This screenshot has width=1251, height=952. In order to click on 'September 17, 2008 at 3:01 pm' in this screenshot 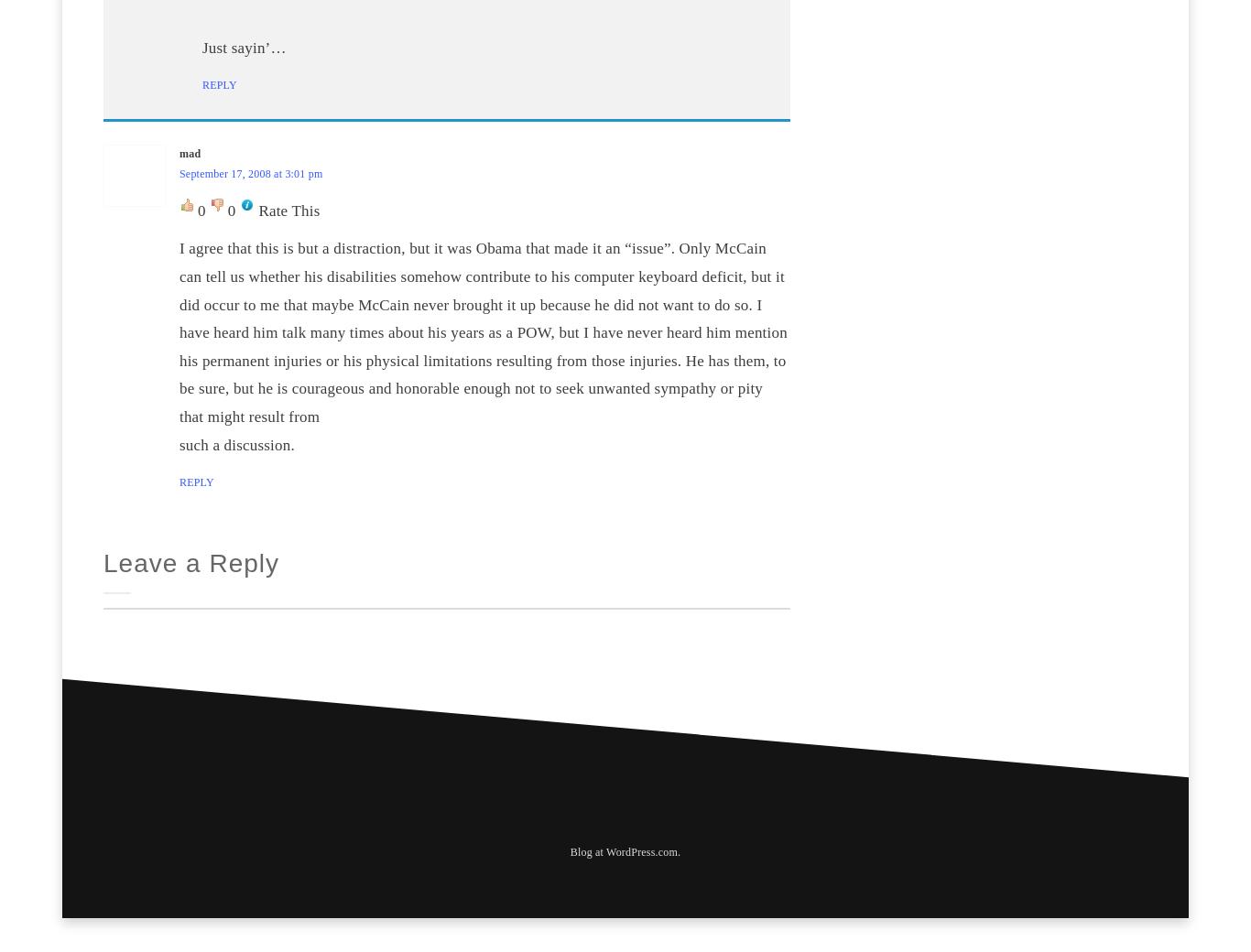, I will do `click(179, 172)`.